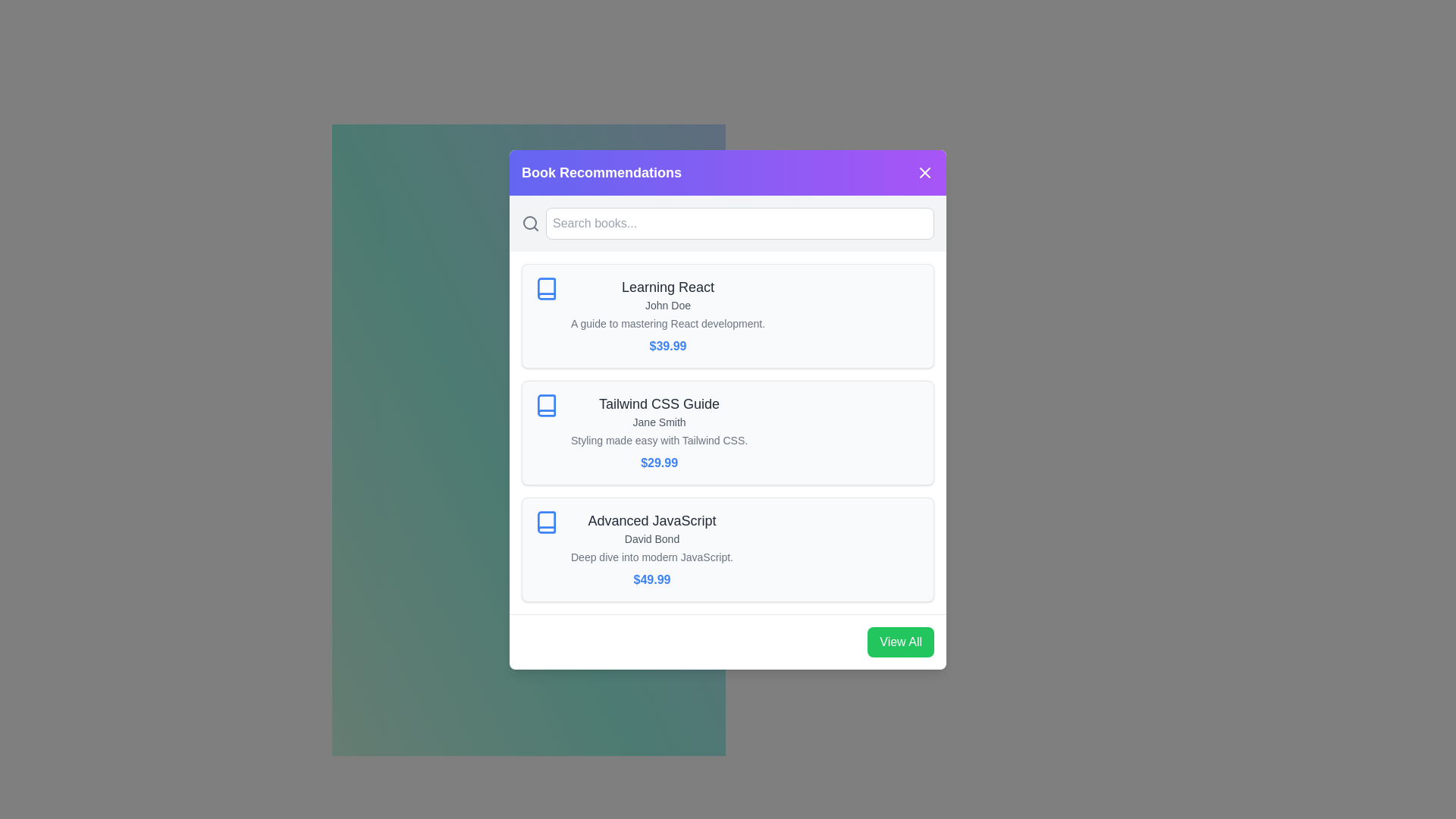 The image size is (1456, 819). I want to click on the 'X' shaped button in the top-right corner of the modal interface, so click(924, 171).